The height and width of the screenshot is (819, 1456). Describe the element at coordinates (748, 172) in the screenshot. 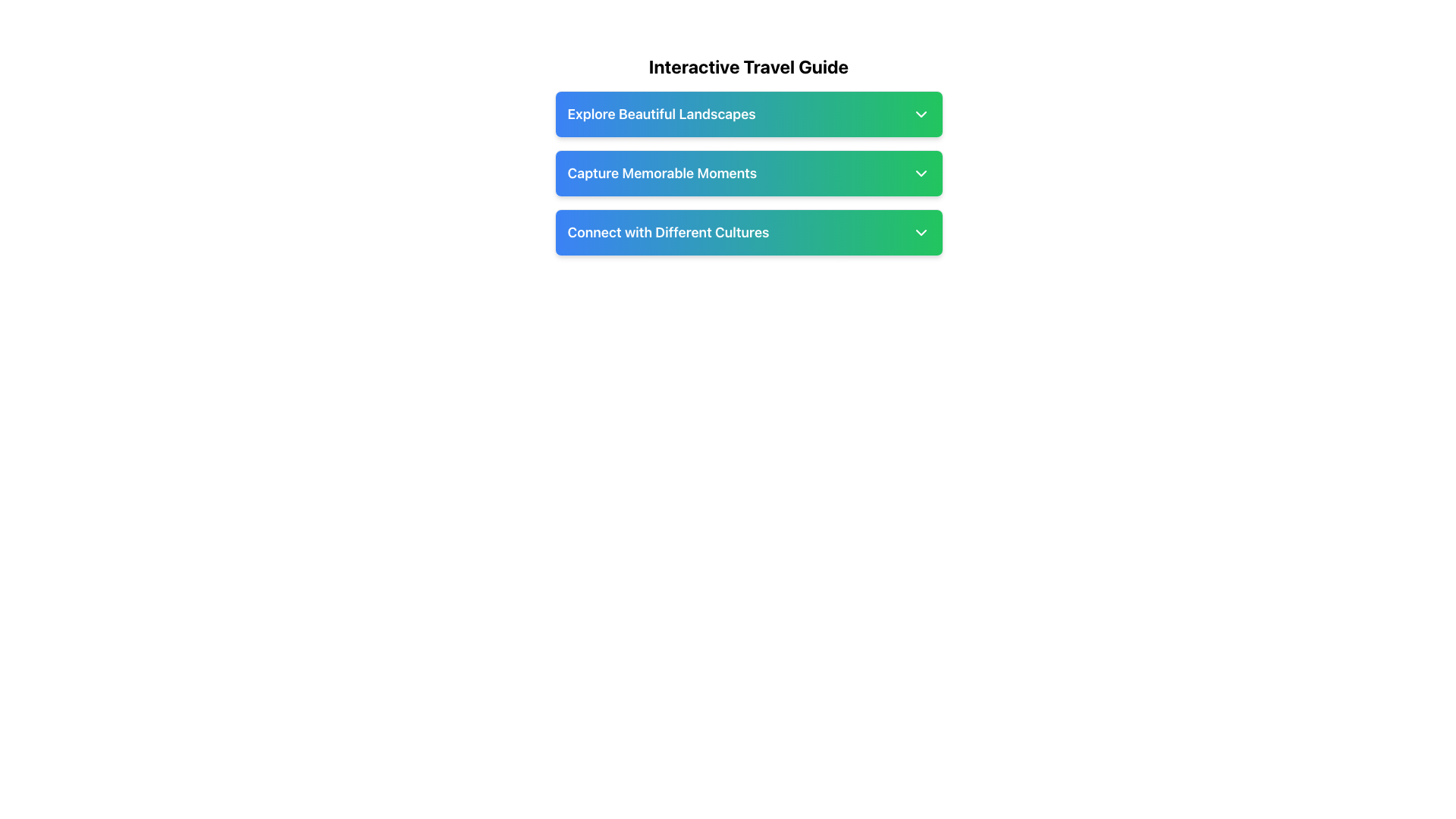

I see `the second item of the collapsible menu` at that location.